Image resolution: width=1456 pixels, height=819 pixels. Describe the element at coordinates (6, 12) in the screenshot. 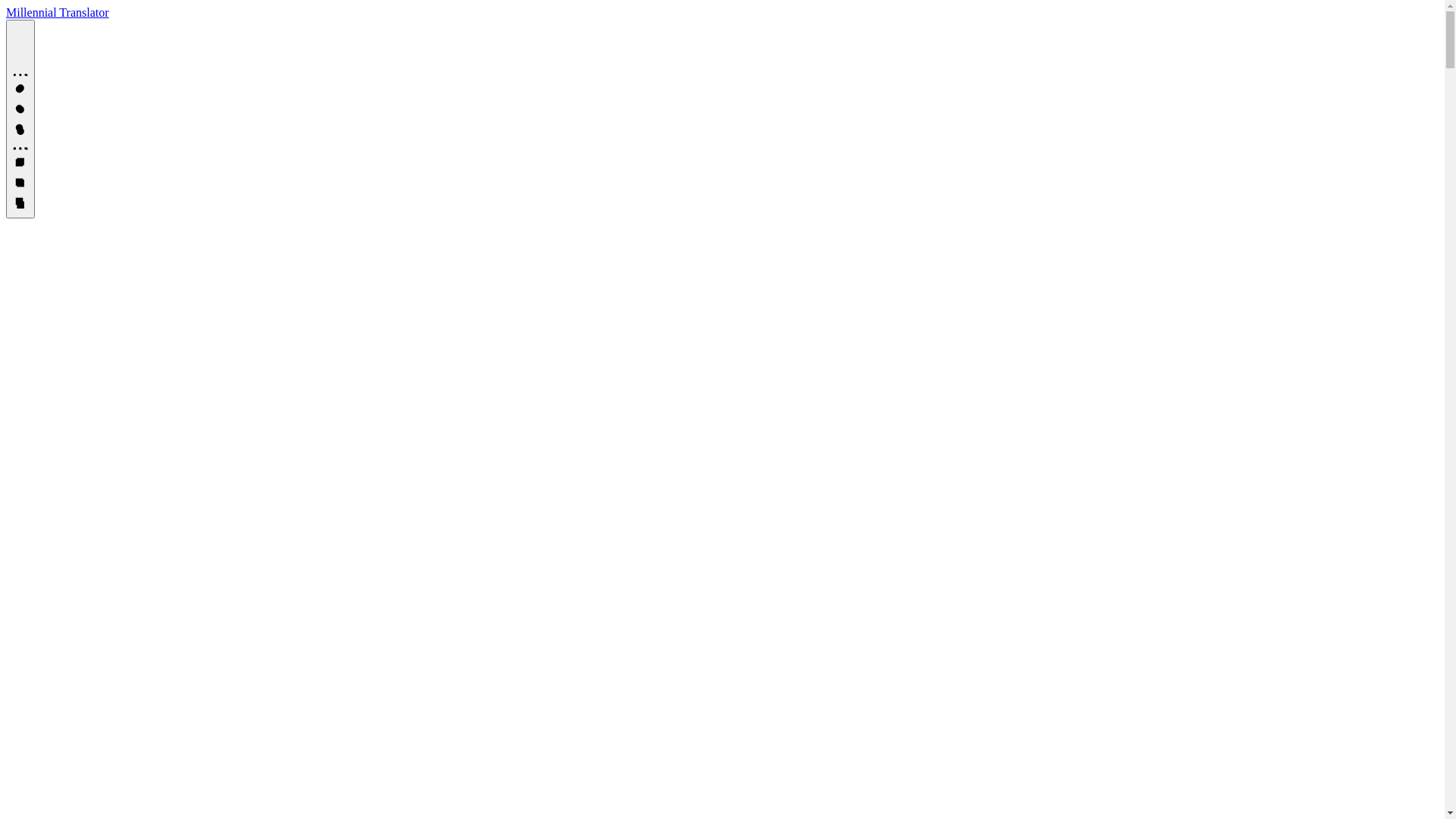

I see `'Millennial Translator'` at that location.